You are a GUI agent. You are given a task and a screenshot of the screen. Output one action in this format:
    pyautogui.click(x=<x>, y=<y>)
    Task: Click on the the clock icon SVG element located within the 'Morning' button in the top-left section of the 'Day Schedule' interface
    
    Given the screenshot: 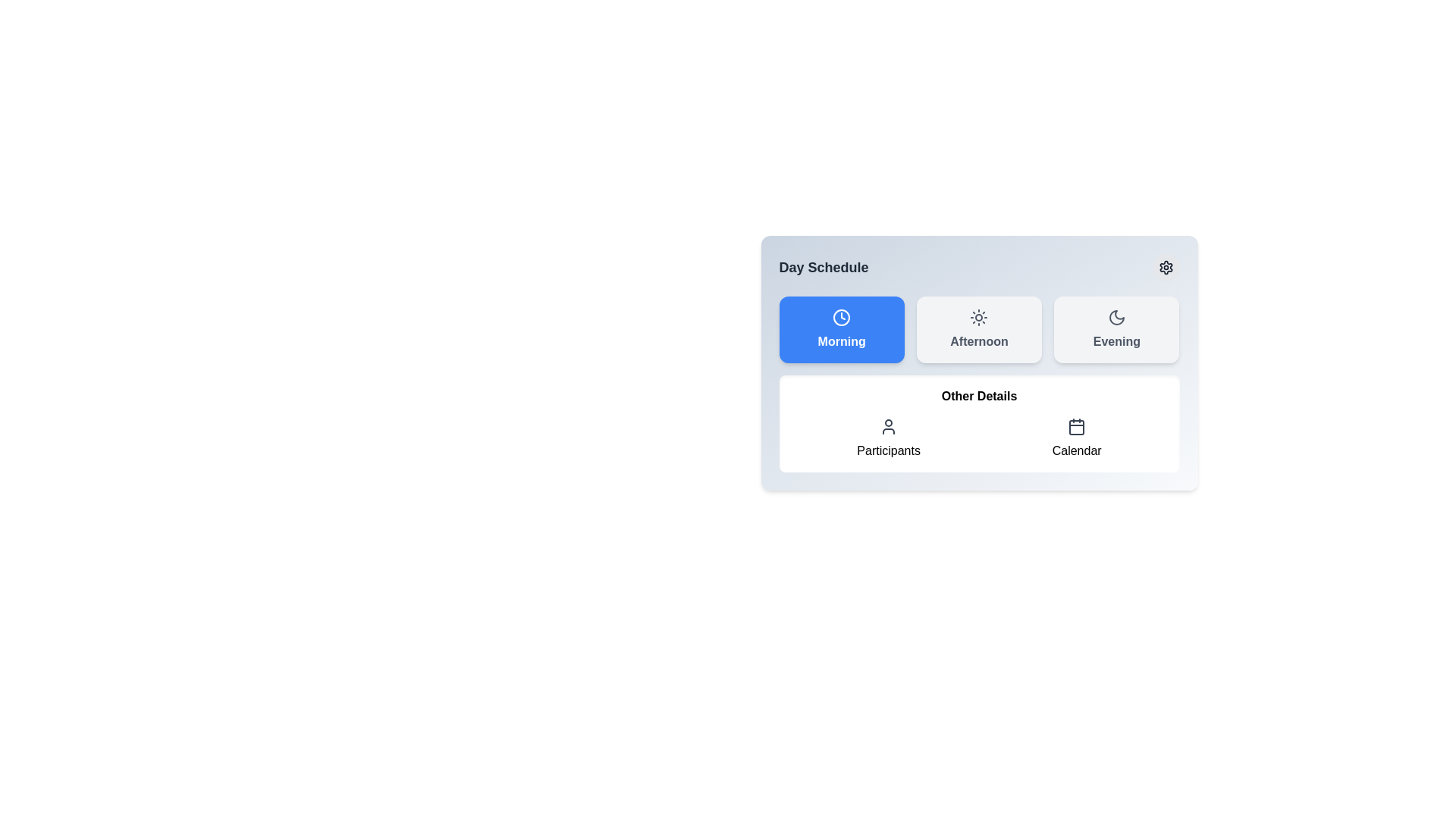 What is the action you would take?
    pyautogui.click(x=841, y=317)
    